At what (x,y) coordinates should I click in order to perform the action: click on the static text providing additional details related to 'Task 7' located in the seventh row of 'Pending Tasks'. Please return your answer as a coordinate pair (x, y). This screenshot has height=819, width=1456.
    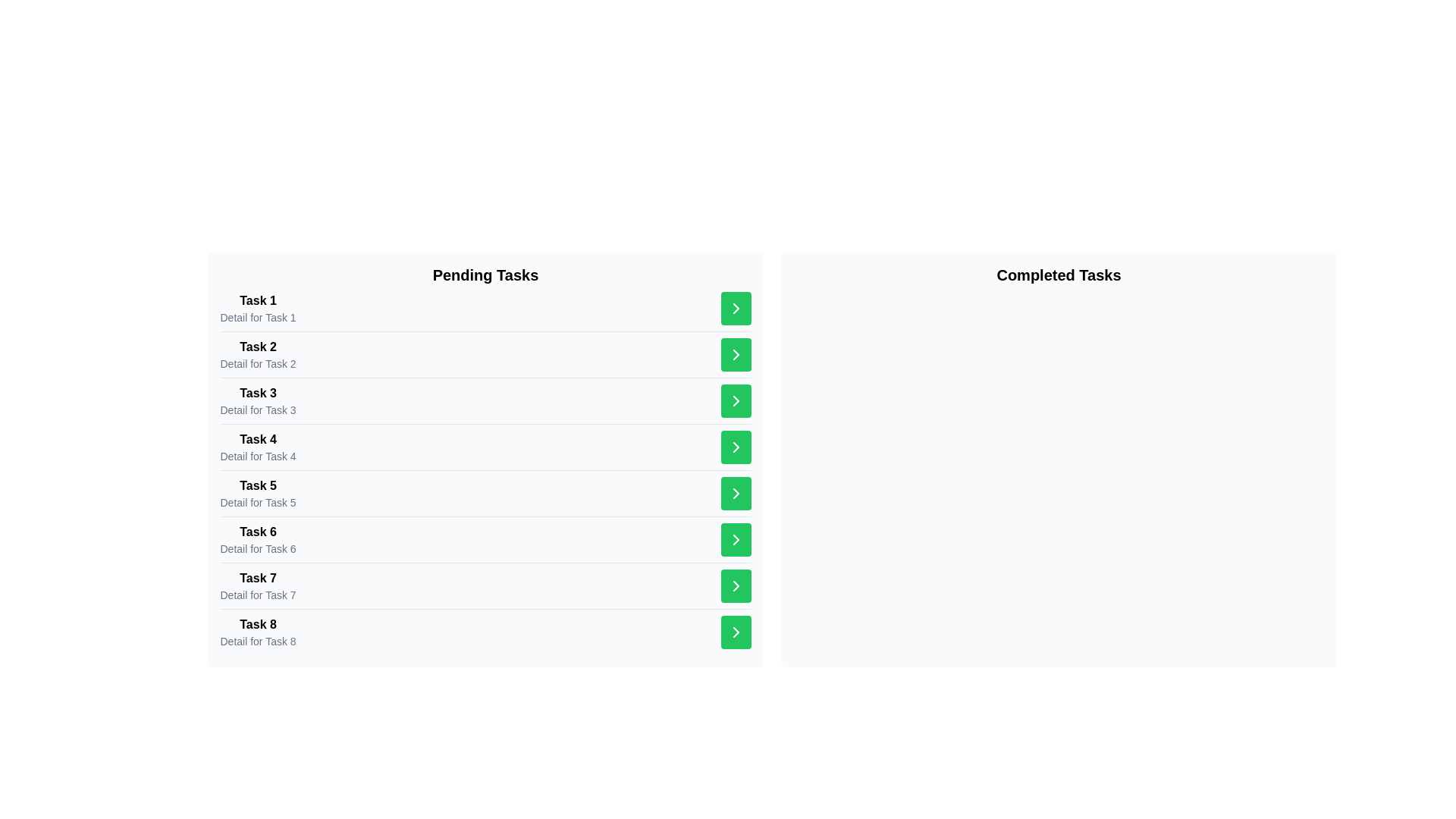
    Looking at the image, I should click on (258, 595).